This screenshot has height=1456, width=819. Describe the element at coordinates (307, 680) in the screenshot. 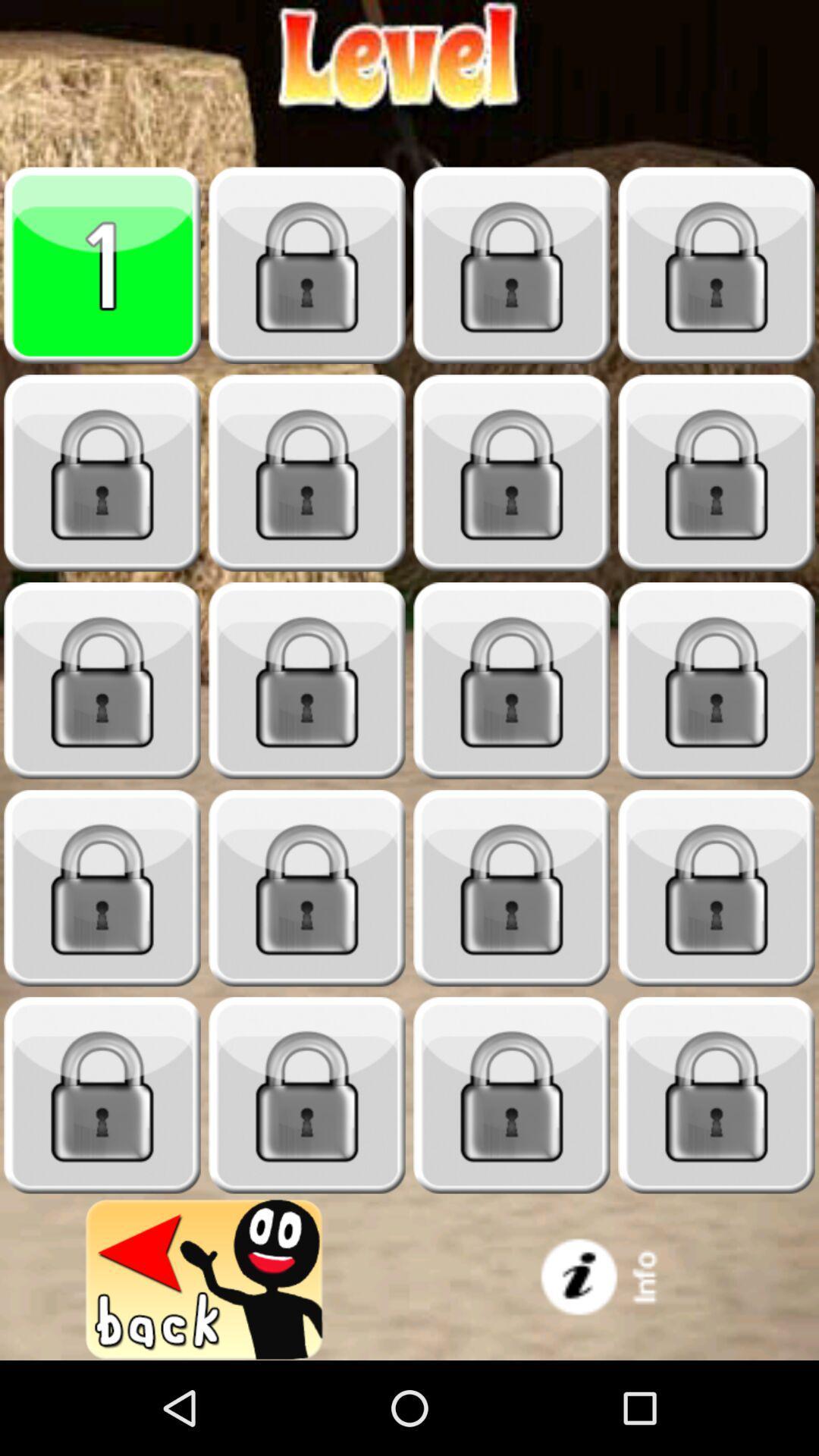

I see `level` at that location.